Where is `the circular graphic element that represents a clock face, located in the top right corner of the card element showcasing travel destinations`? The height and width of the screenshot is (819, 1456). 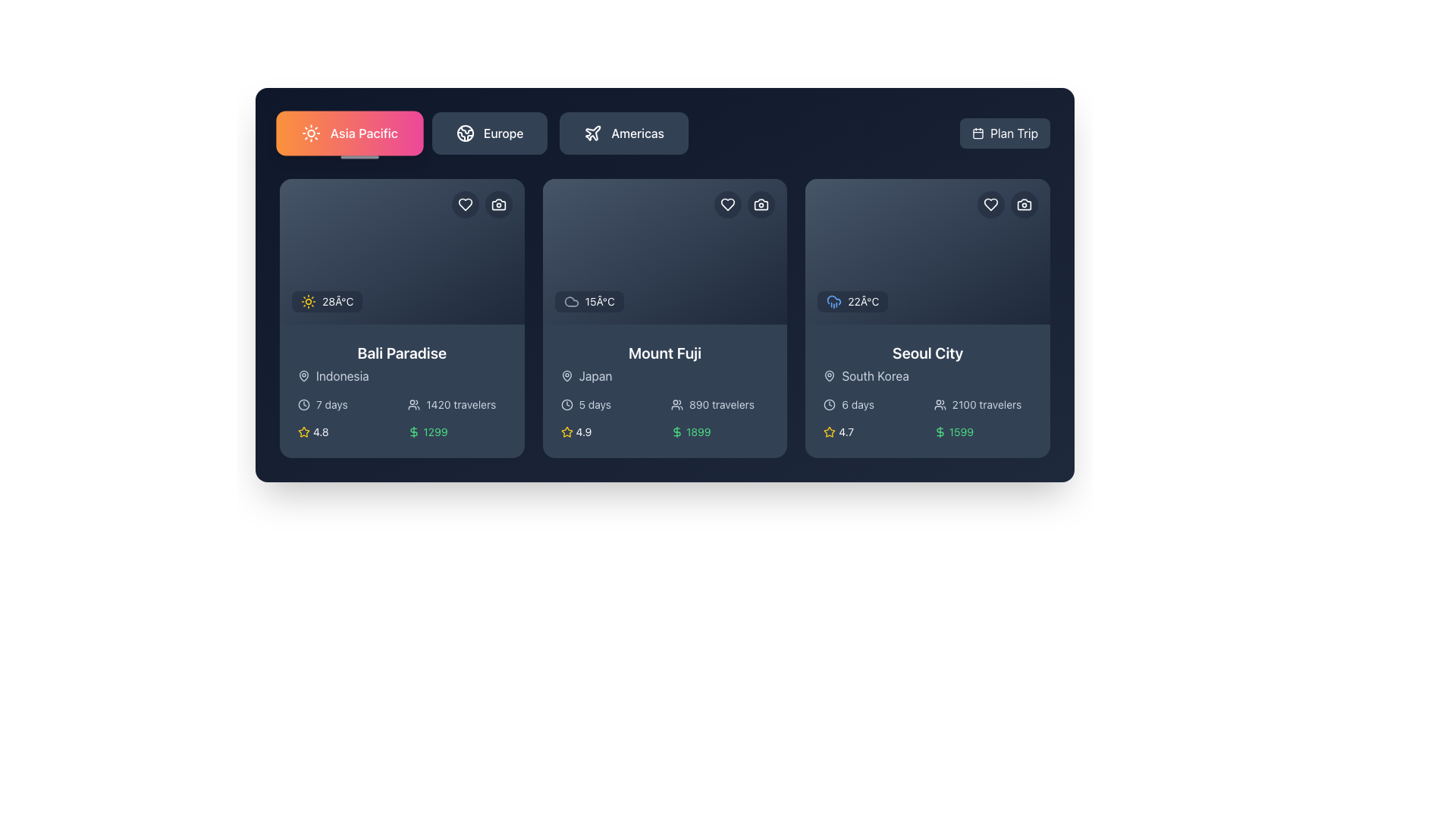
the circular graphic element that represents a clock face, located in the top right corner of the card element showcasing travel destinations is located at coordinates (303, 403).